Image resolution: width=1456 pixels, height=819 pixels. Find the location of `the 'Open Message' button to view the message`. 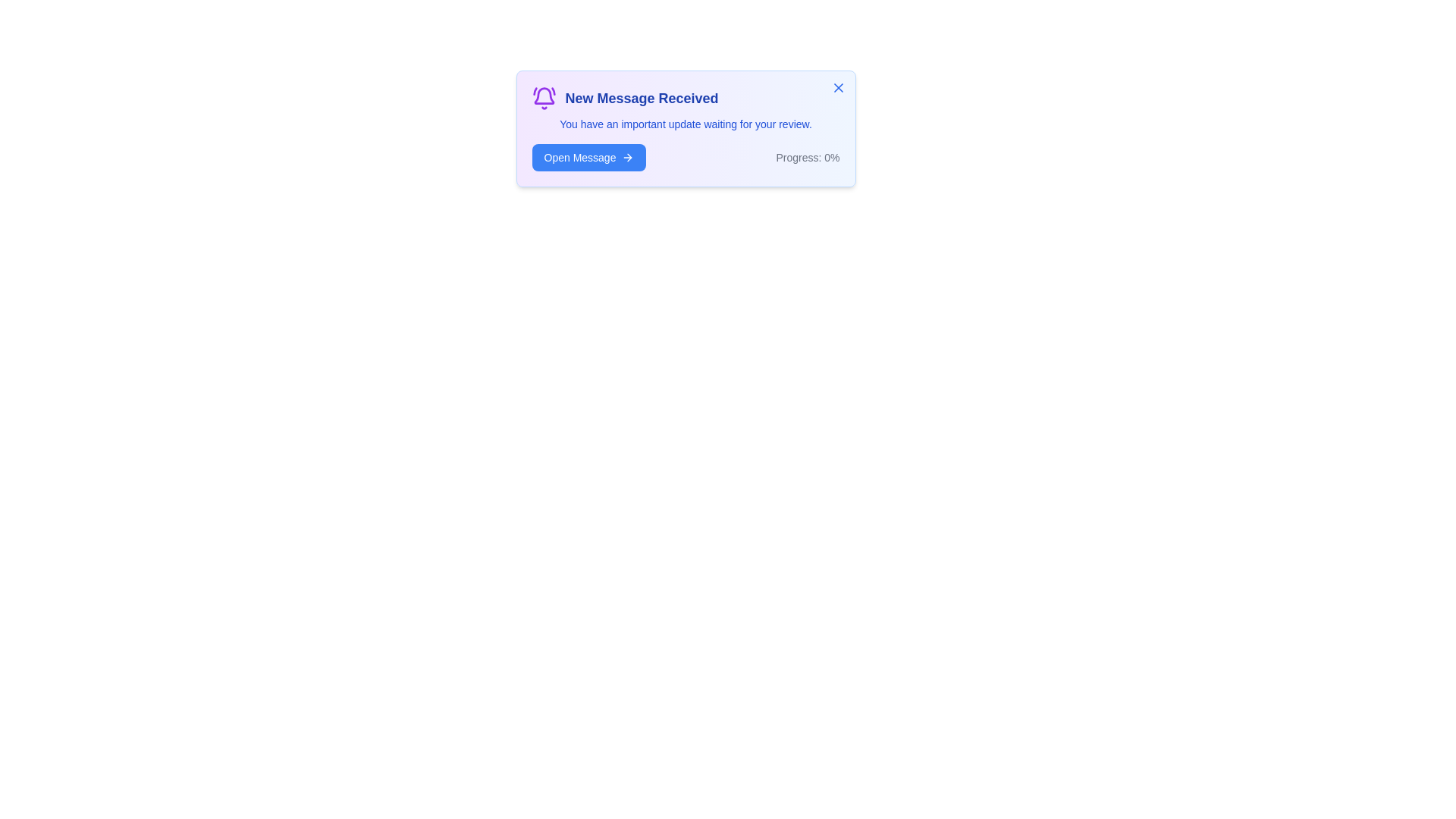

the 'Open Message' button to view the message is located at coordinates (588, 158).